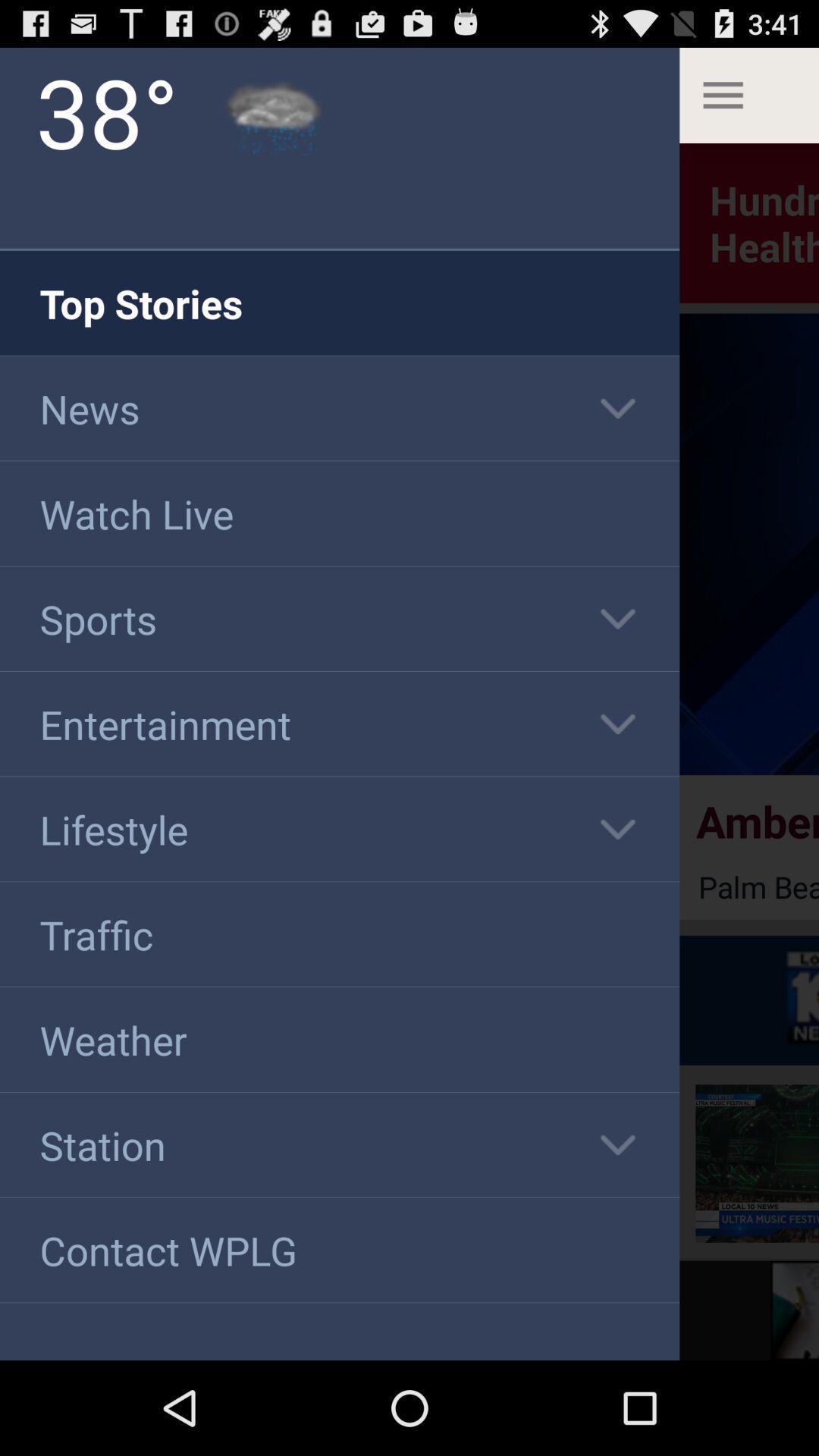  What do you see at coordinates (748, 94) in the screenshot?
I see `the menu bar at right top corner below 341` at bounding box center [748, 94].